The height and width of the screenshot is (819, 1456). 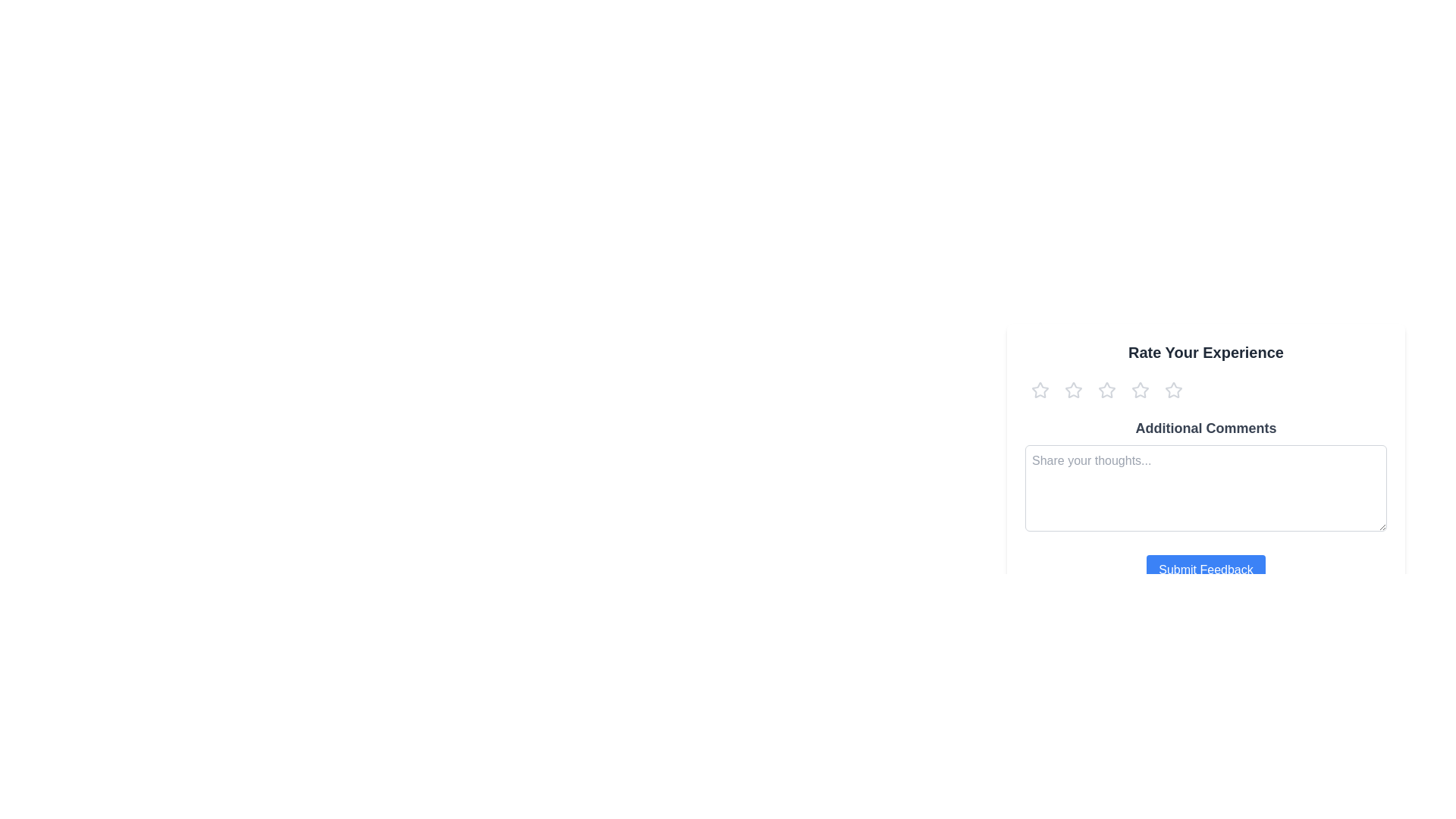 What do you see at coordinates (1106, 390) in the screenshot?
I see `the third rating star icon located below the 'Rate Your Experience' heading` at bounding box center [1106, 390].